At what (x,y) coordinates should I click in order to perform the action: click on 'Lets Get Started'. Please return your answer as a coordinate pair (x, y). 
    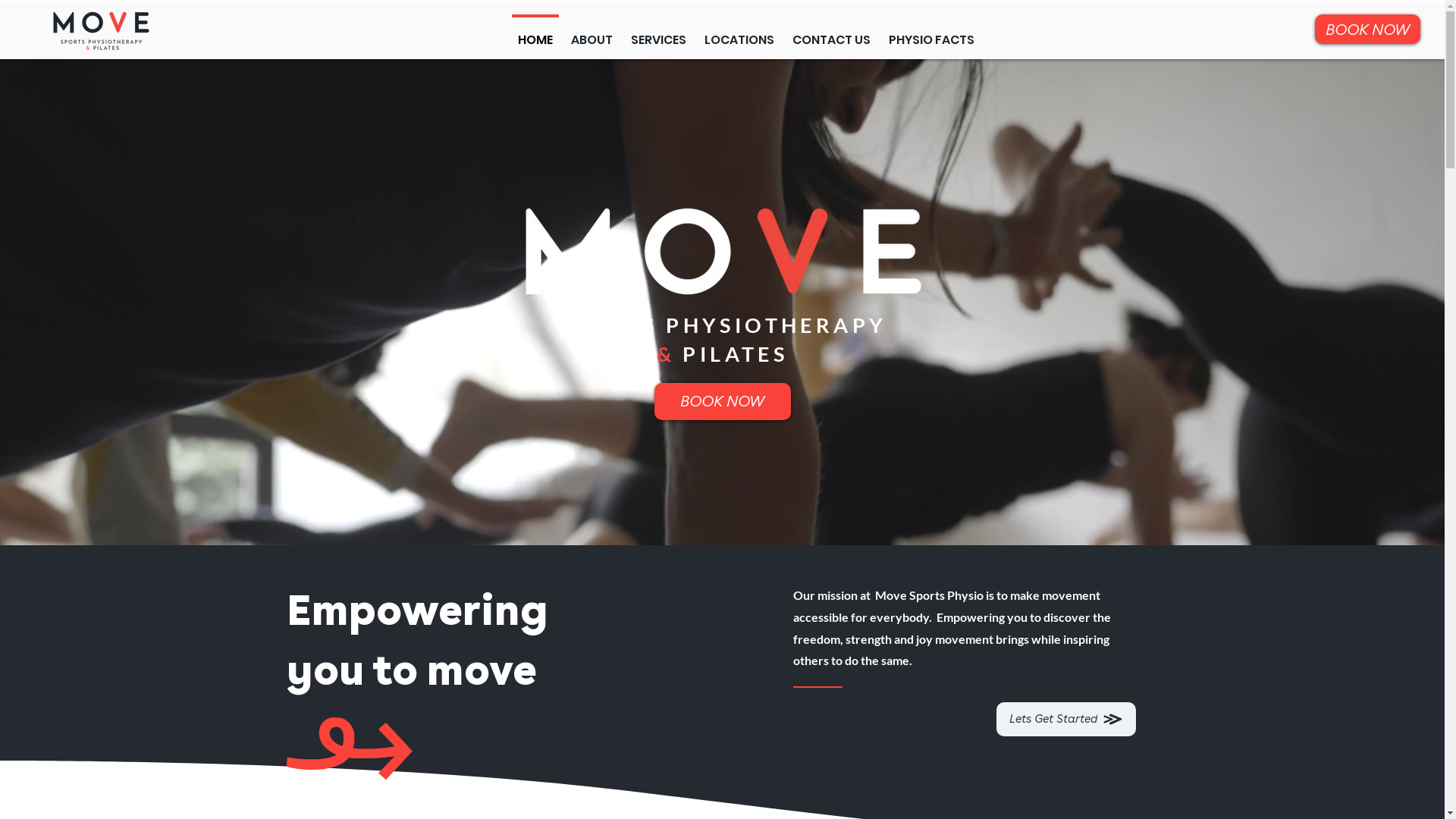
    Looking at the image, I should click on (1065, 718).